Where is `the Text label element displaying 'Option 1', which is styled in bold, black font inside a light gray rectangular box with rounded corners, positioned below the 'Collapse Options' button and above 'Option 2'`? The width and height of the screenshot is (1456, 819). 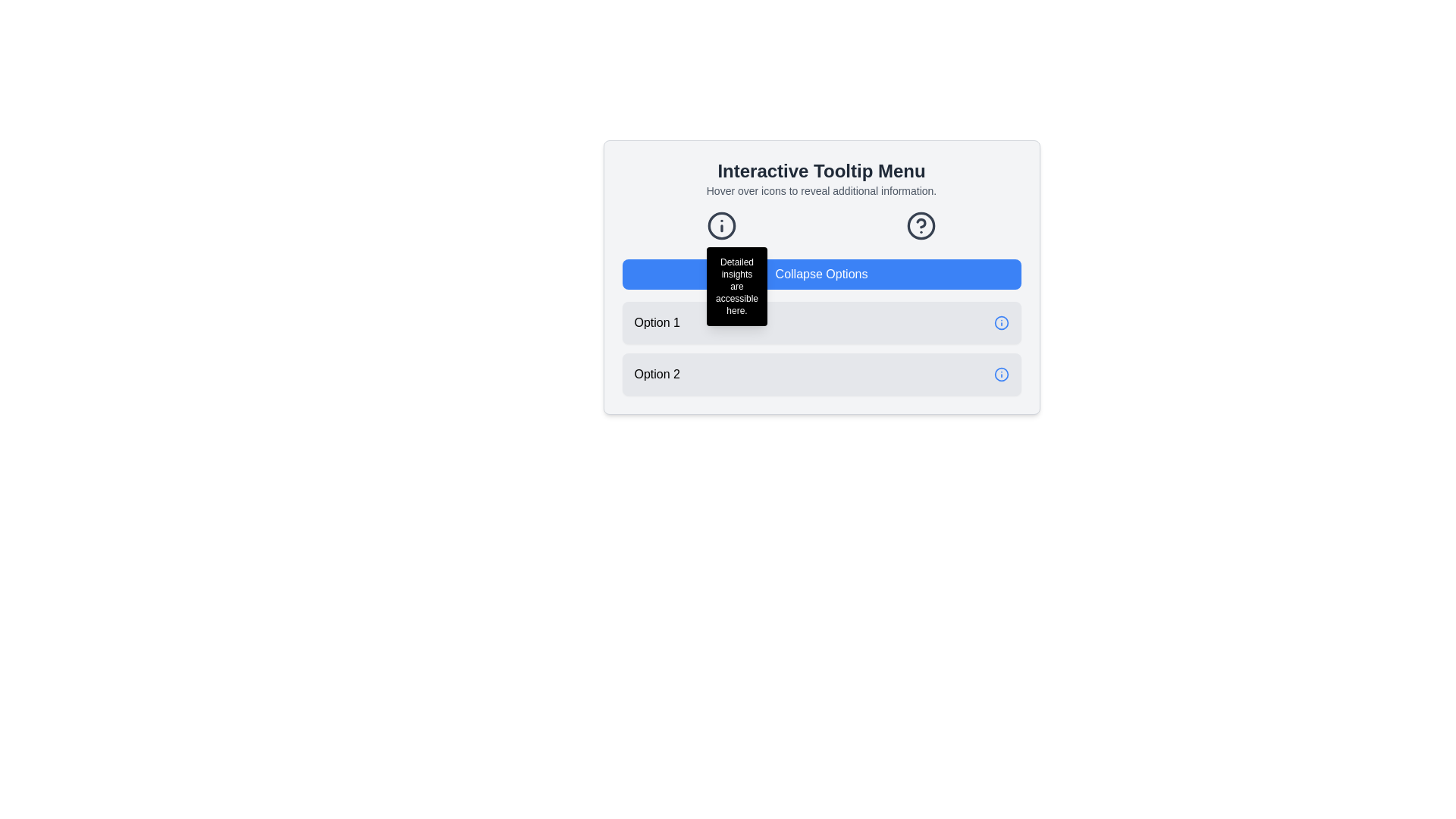 the Text label element displaying 'Option 1', which is styled in bold, black font inside a light gray rectangular box with rounded corners, positioned below the 'Collapse Options' button and above 'Option 2' is located at coordinates (657, 322).